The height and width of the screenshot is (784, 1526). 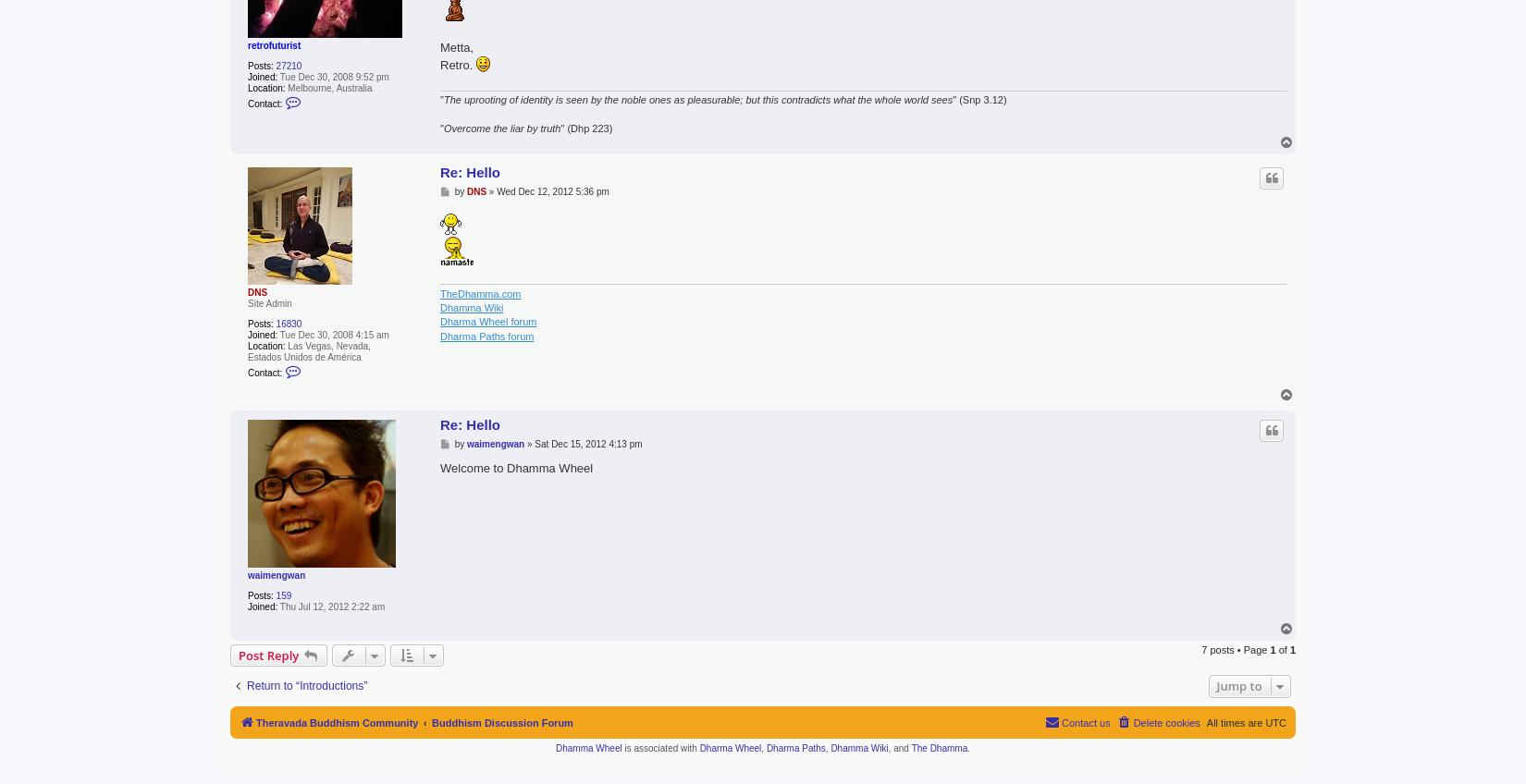 What do you see at coordinates (285, 87) in the screenshot?
I see `'Melbourne, Australia'` at bounding box center [285, 87].